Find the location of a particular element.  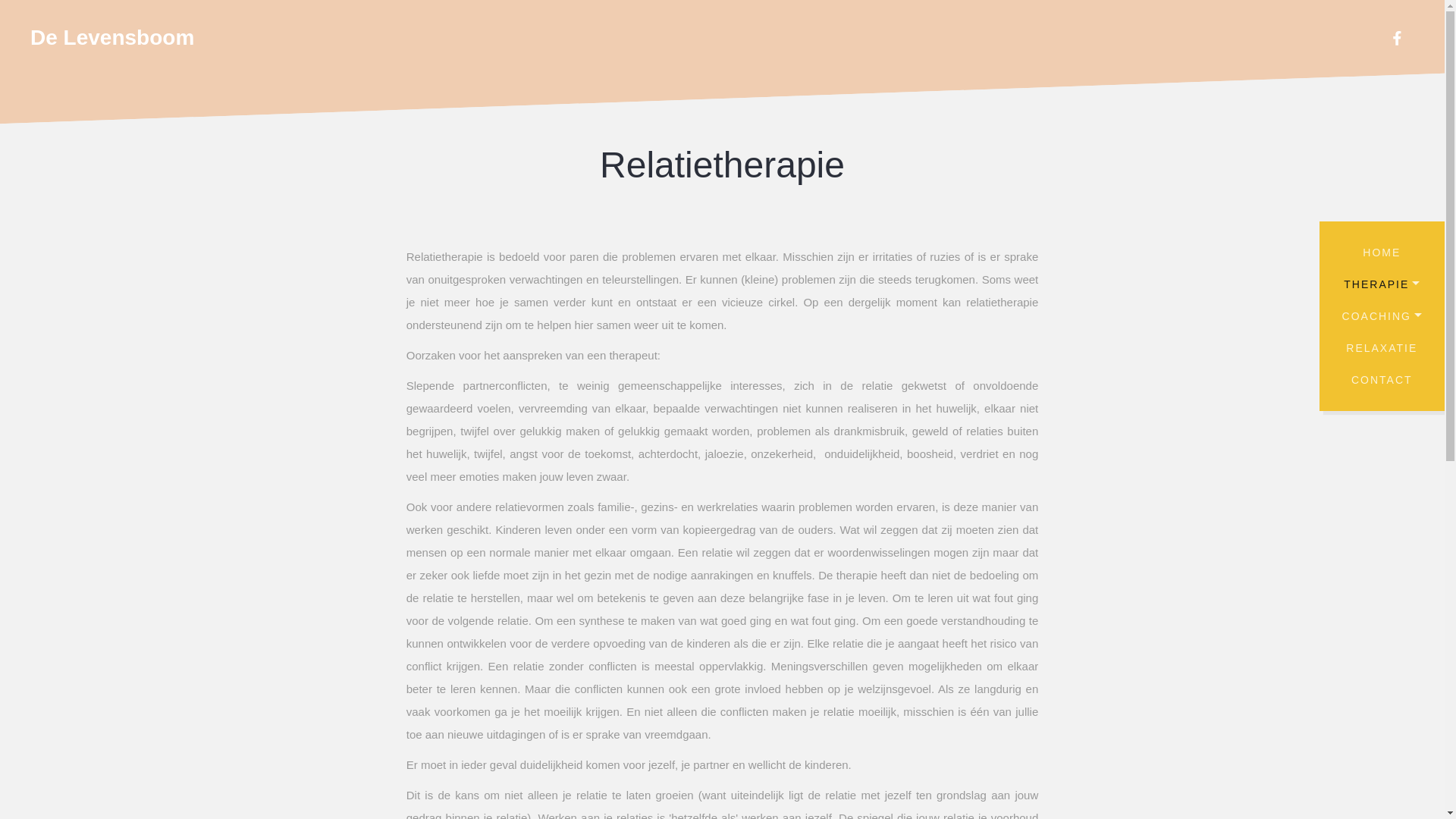

'RELAXATIE' is located at coordinates (1382, 348).